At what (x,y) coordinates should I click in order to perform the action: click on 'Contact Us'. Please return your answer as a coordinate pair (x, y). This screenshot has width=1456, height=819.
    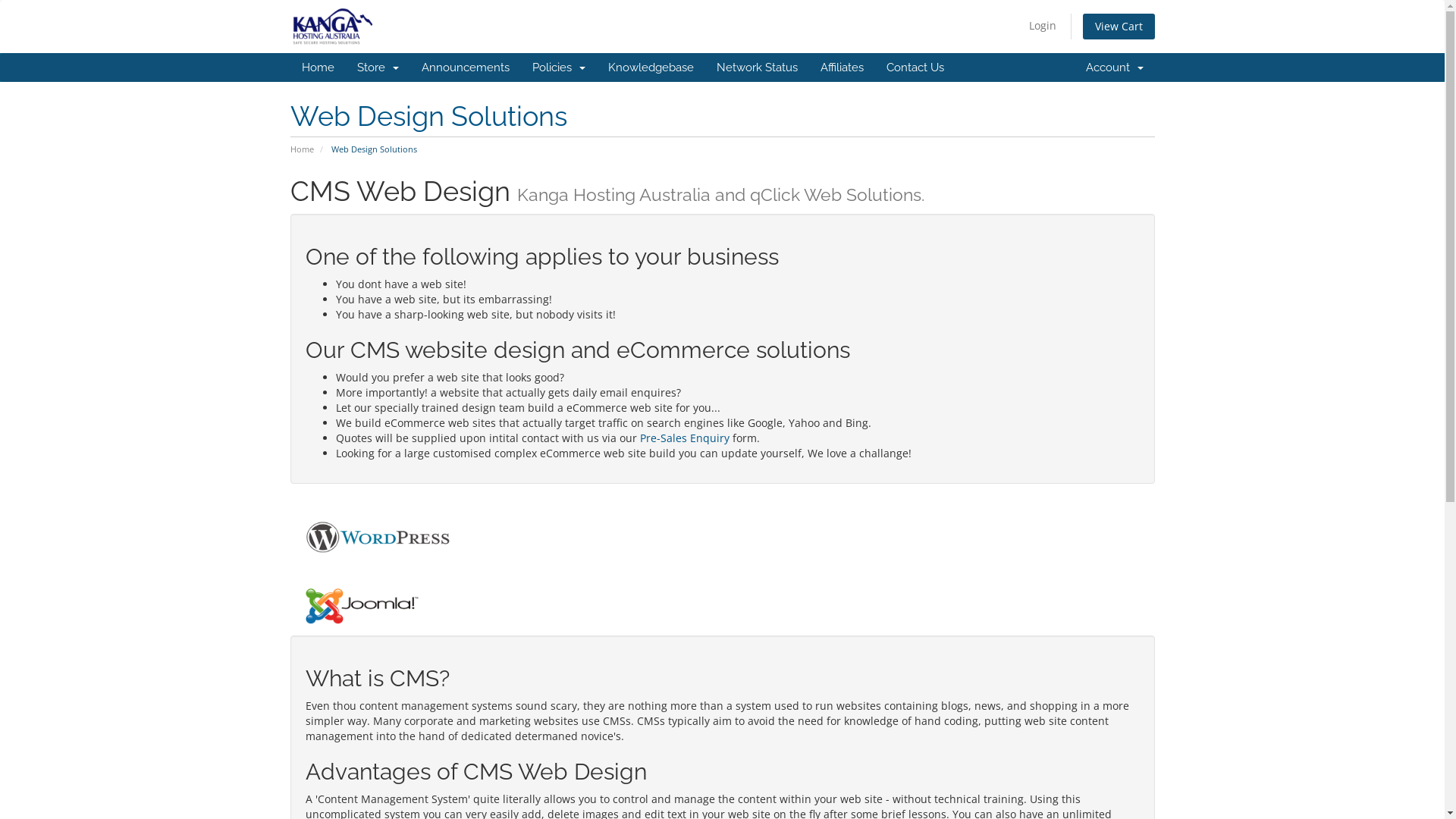
    Looking at the image, I should click on (914, 66).